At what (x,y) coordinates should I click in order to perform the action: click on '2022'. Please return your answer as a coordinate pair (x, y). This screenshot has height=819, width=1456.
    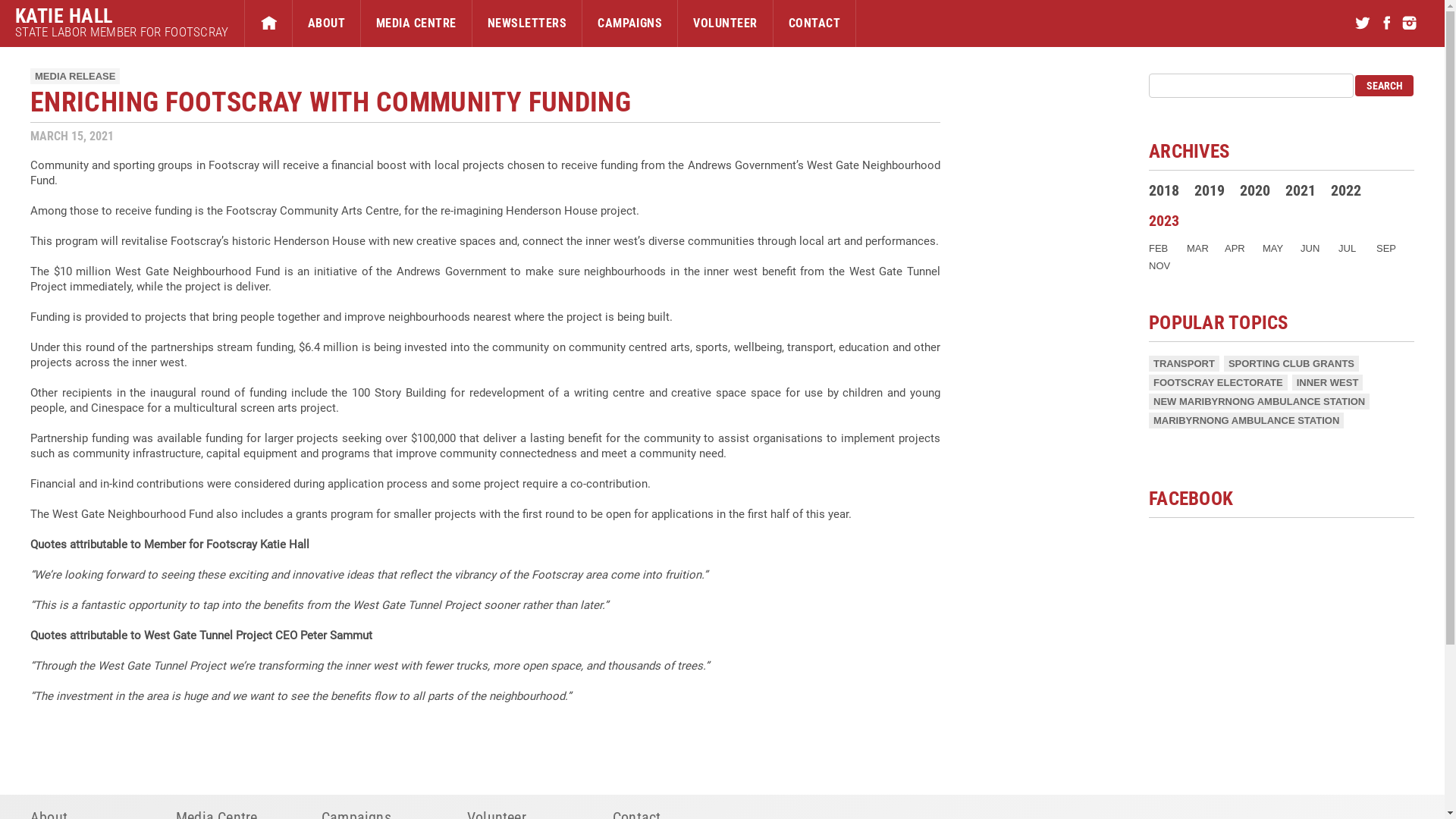
    Looking at the image, I should click on (1346, 189).